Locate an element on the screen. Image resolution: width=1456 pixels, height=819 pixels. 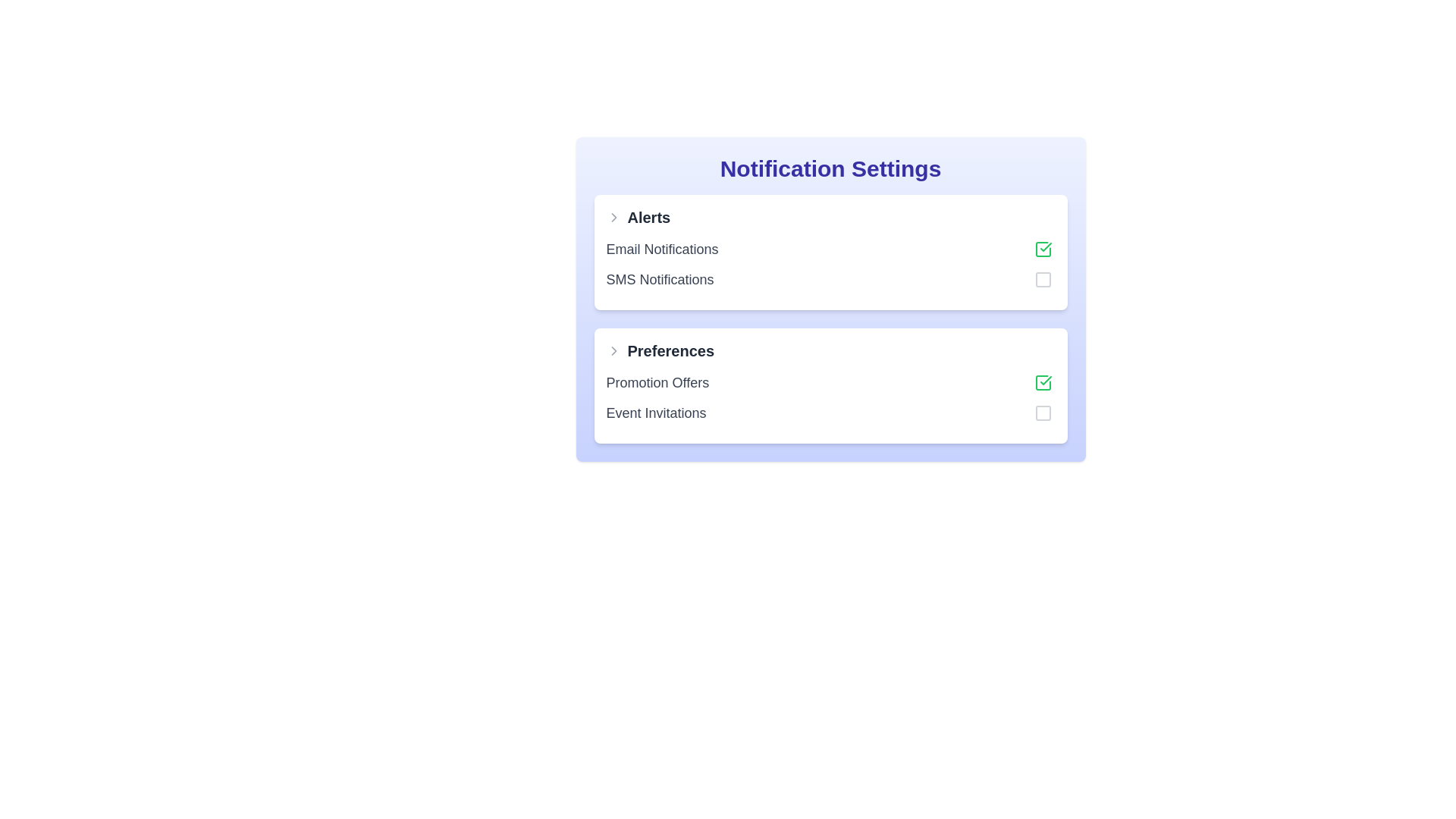
the checkbox with a green checkmark in the 'Preferences' section of the 'Notification Settings' card is located at coordinates (1042, 382).